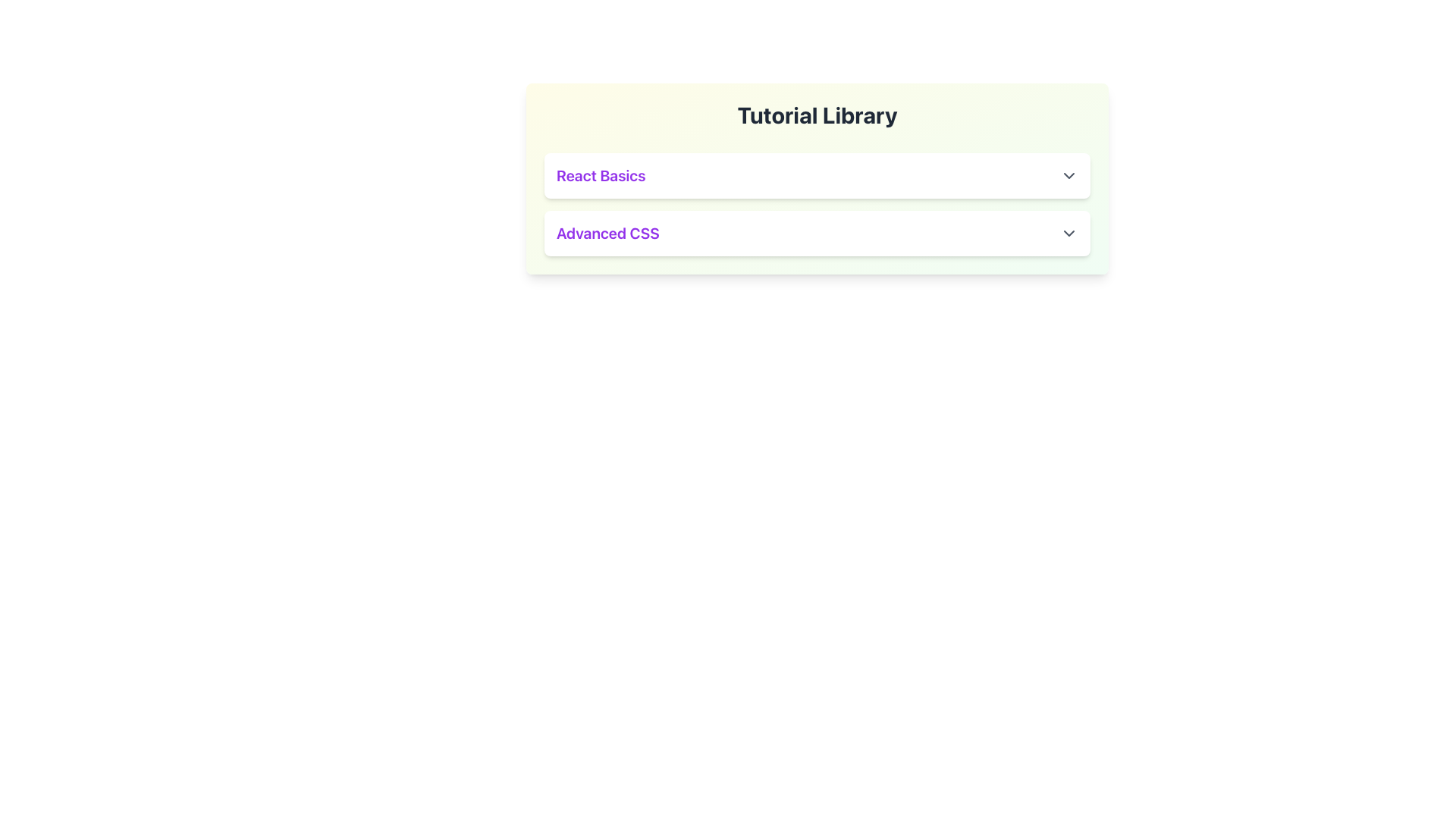 Image resolution: width=1456 pixels, height=819 pixels. I want to click on text label that serves as the title or heading for the content, located at the top of the rounded card with a yellow-to-green gradient background, so click(817, 114).